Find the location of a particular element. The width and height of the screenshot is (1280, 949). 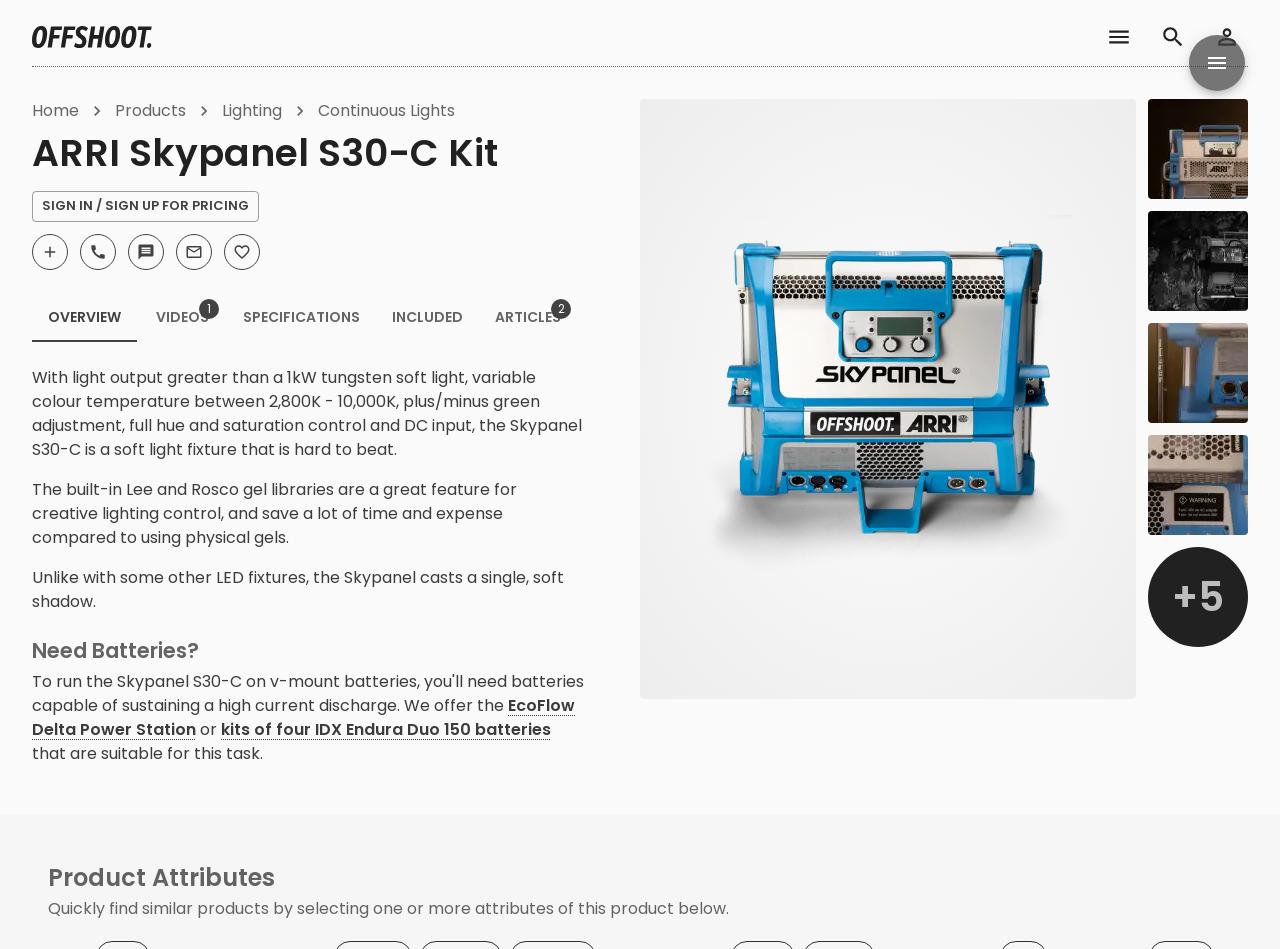

'With light output greater than a 1kW tungsten soft light, variable colour temperature between 2,800K - 10,000K, plus/minus green adjustment, full hue and saturation control and DC input, the Skypanel S30-C is a soft light fixture that is hard to beat.' is located at coordinates (305, 412).